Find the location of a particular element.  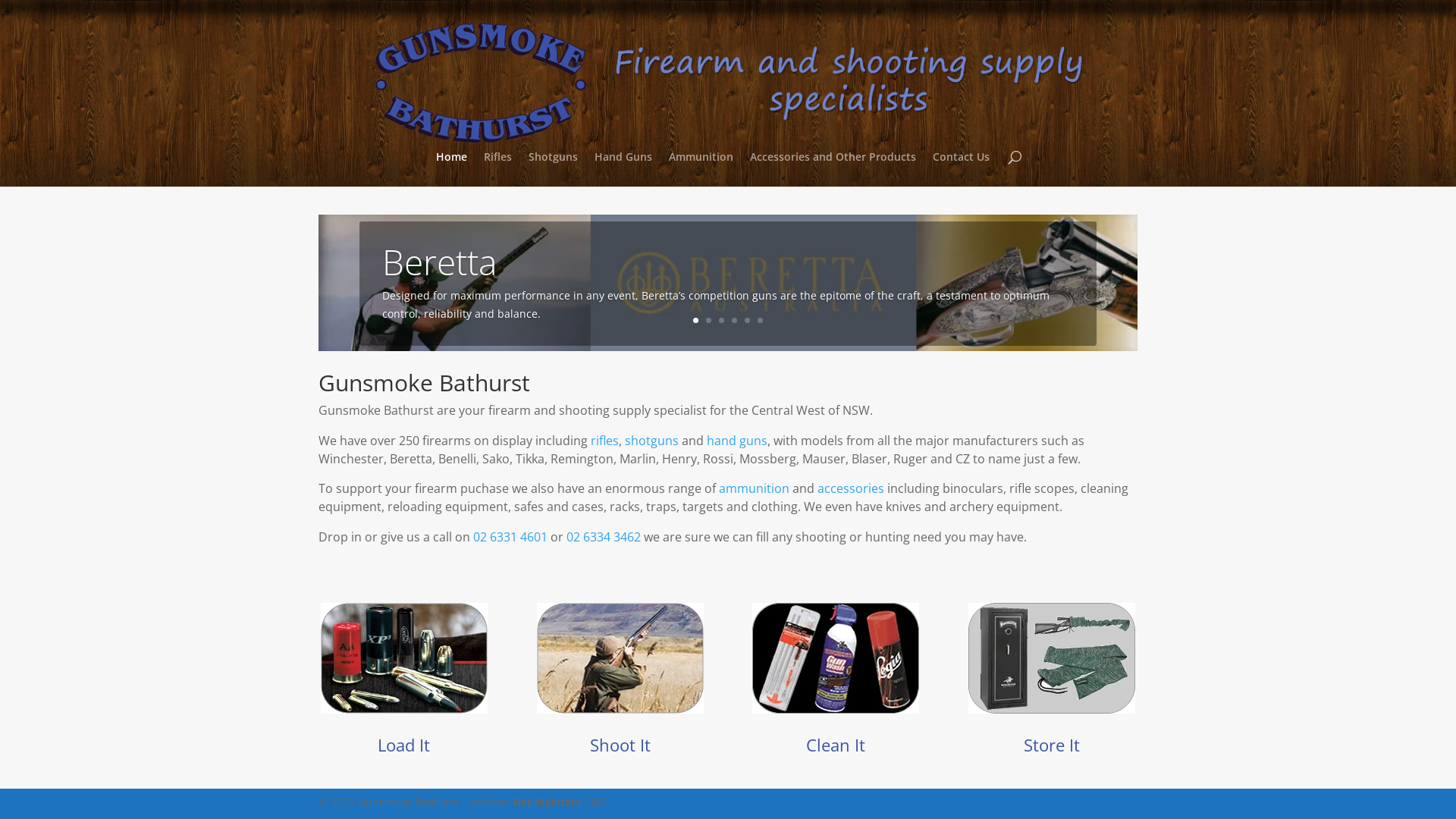

'Contact Us' is located at coordinates (960, 169).